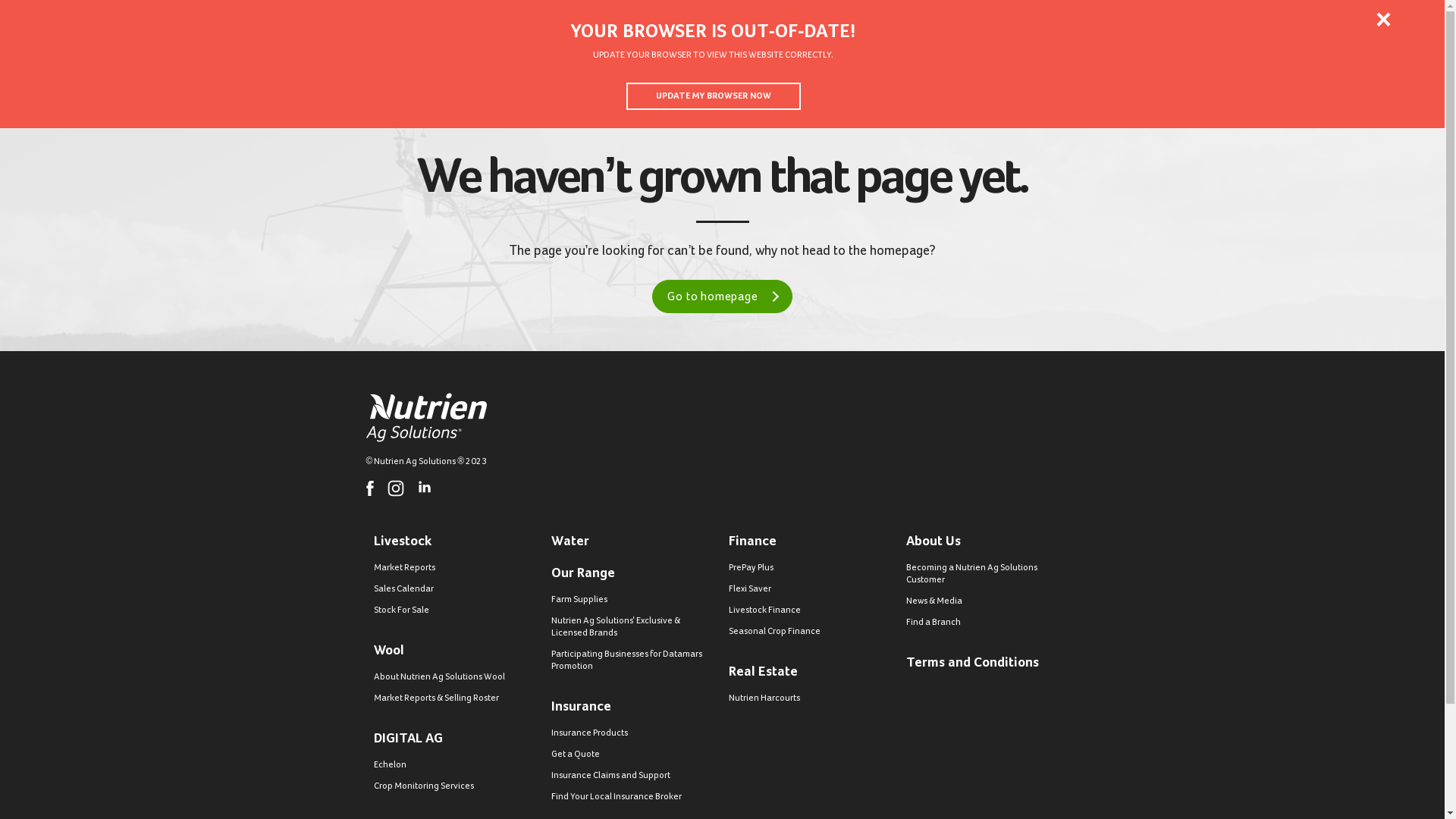  Describe the element at coordinates (372, 588) in the screenshot. I see `'Sales Calendar'` at that location.